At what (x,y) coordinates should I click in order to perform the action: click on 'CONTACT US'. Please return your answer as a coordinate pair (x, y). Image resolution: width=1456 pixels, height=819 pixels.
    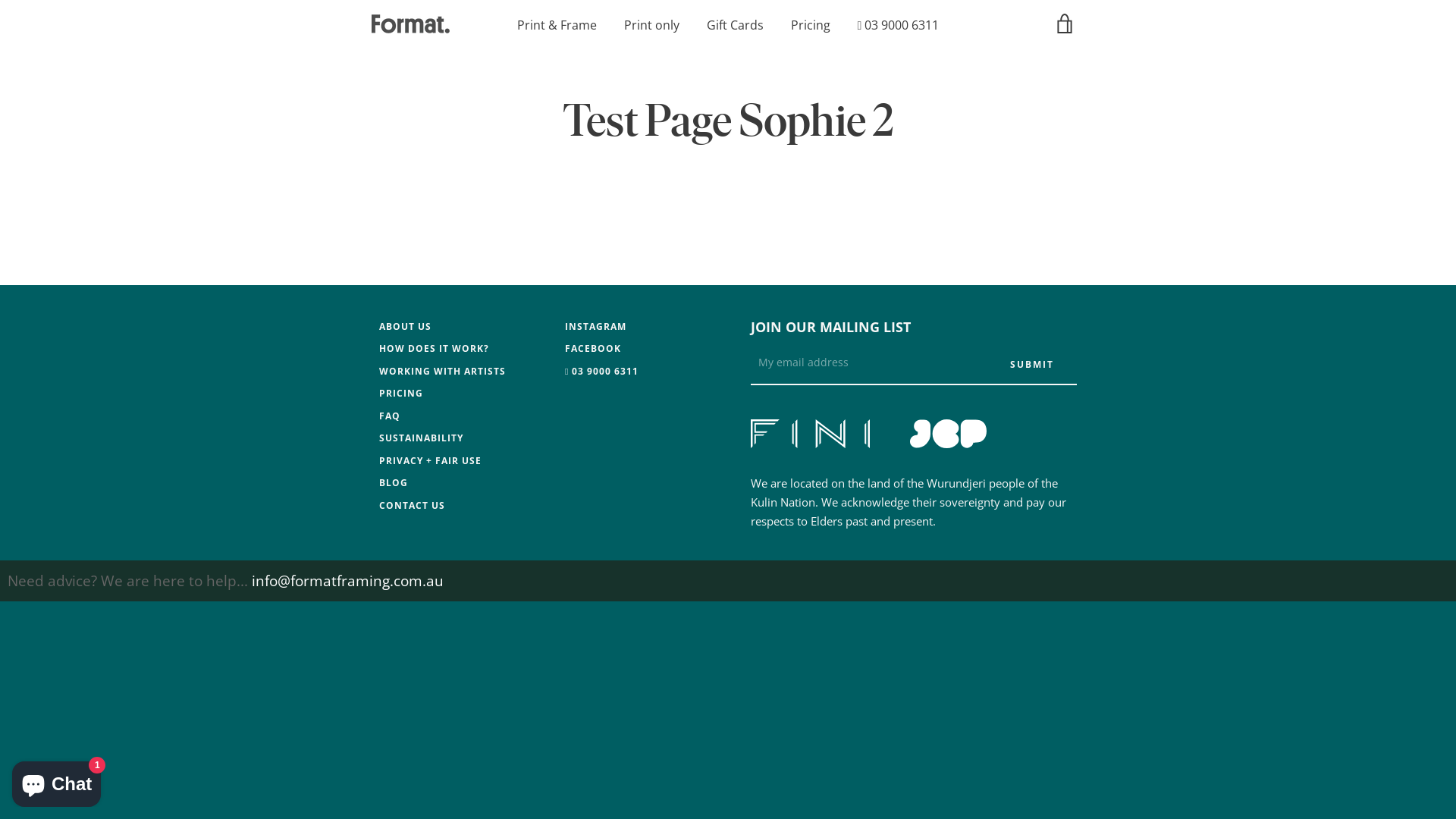
    Looking at the image, I should click on (412, 505).